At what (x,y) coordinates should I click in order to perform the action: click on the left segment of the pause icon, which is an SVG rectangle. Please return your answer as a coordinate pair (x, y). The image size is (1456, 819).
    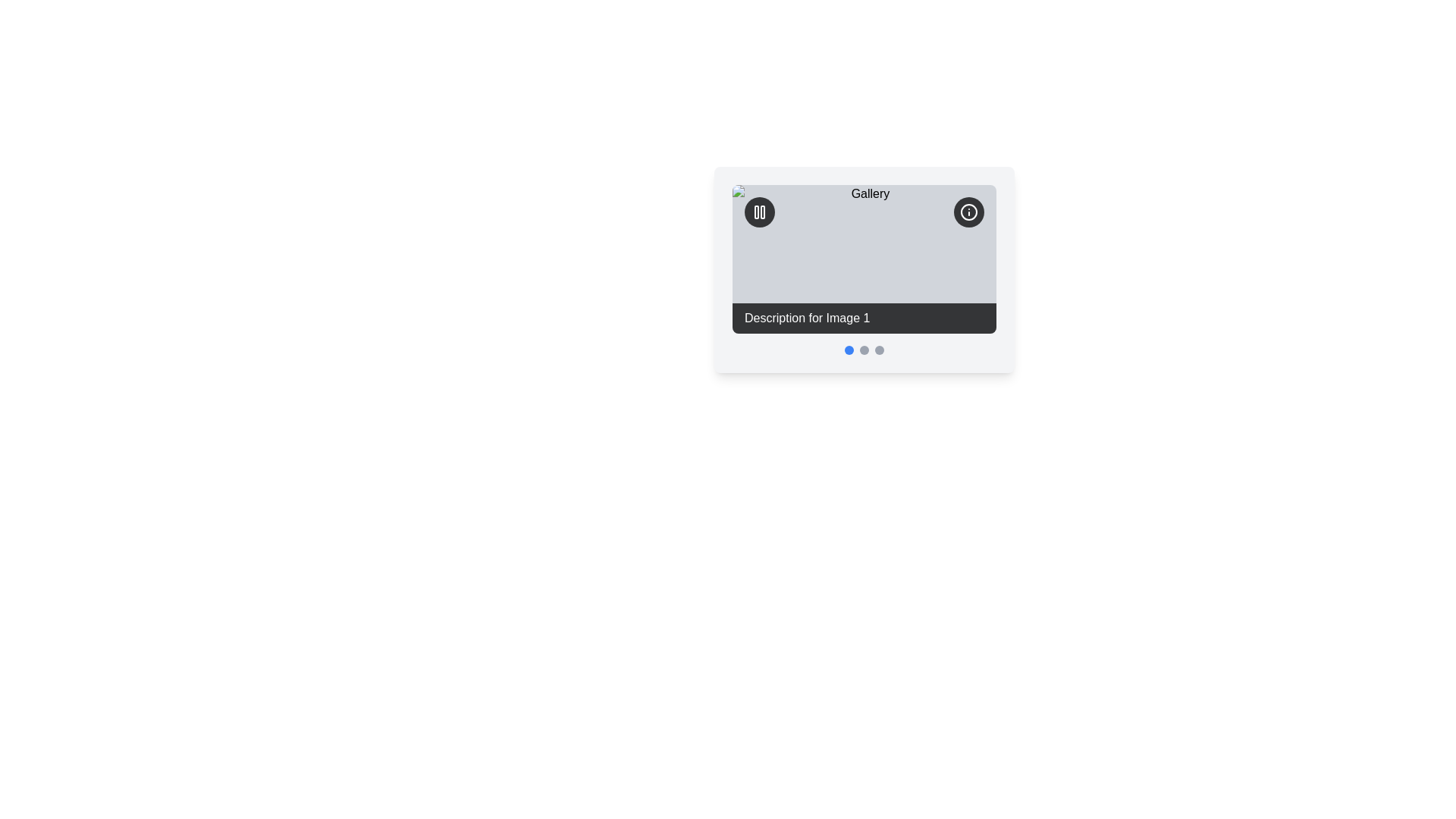
    Looking at the image, I should click on (757, 212).